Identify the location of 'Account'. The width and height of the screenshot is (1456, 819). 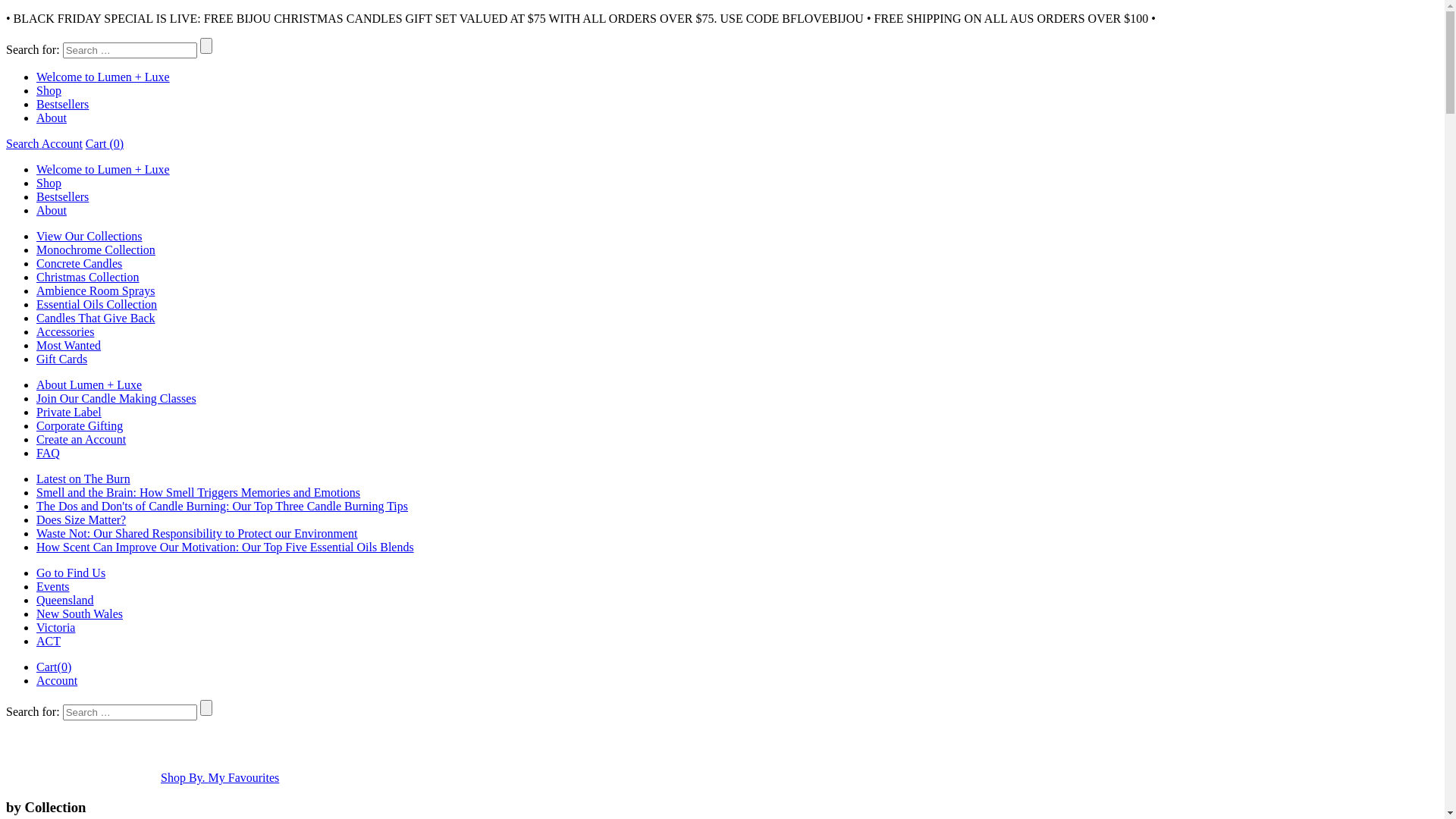
(41, 143).